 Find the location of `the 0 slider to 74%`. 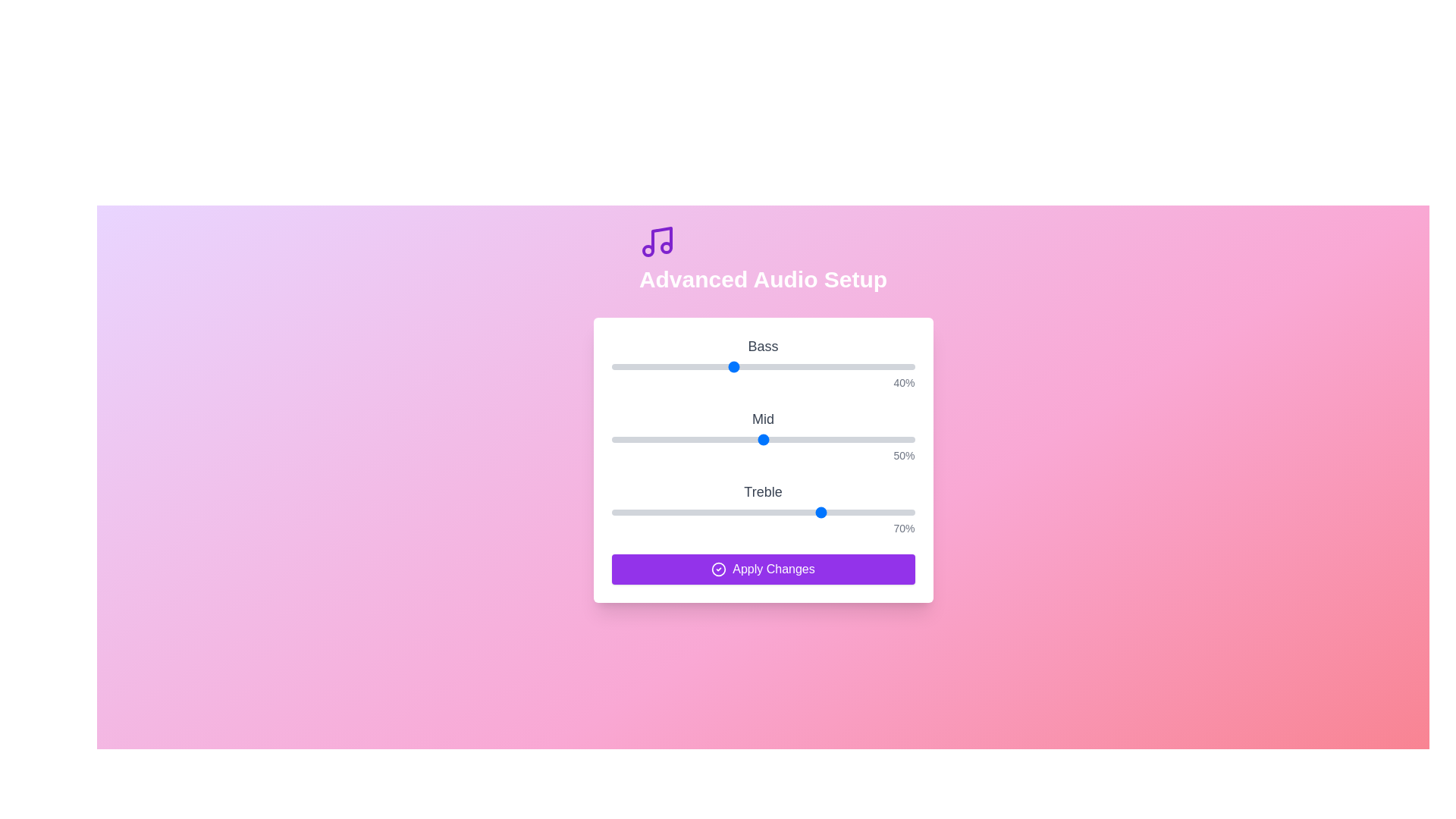

the 0 slider to 74% is located at coordinates (835, 366).